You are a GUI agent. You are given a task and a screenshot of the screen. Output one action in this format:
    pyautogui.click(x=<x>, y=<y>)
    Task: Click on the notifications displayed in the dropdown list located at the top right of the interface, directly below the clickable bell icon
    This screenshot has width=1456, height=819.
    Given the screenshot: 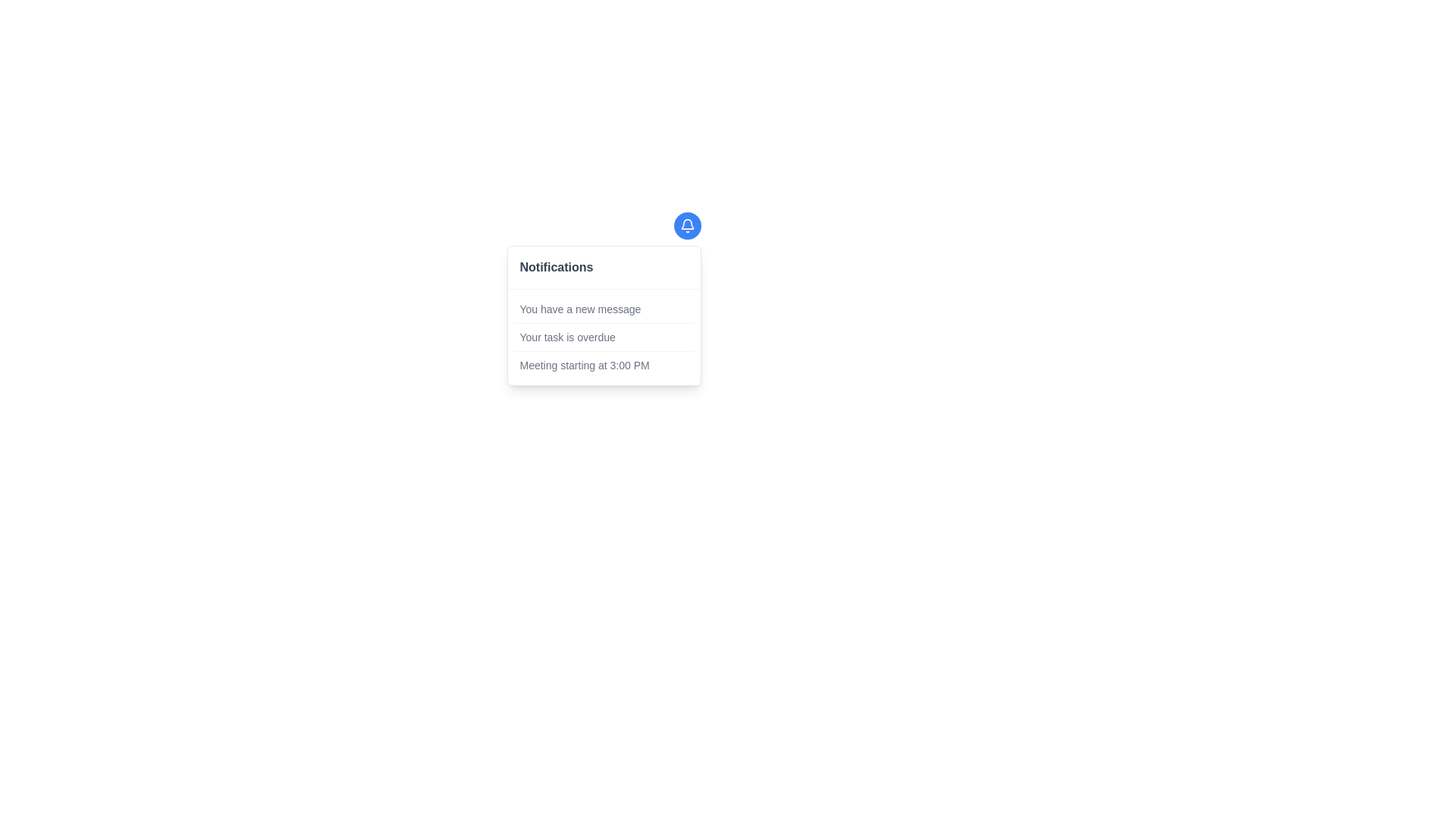 What is the action you would take?
    pyautogui.click(x=603, y=315)
    